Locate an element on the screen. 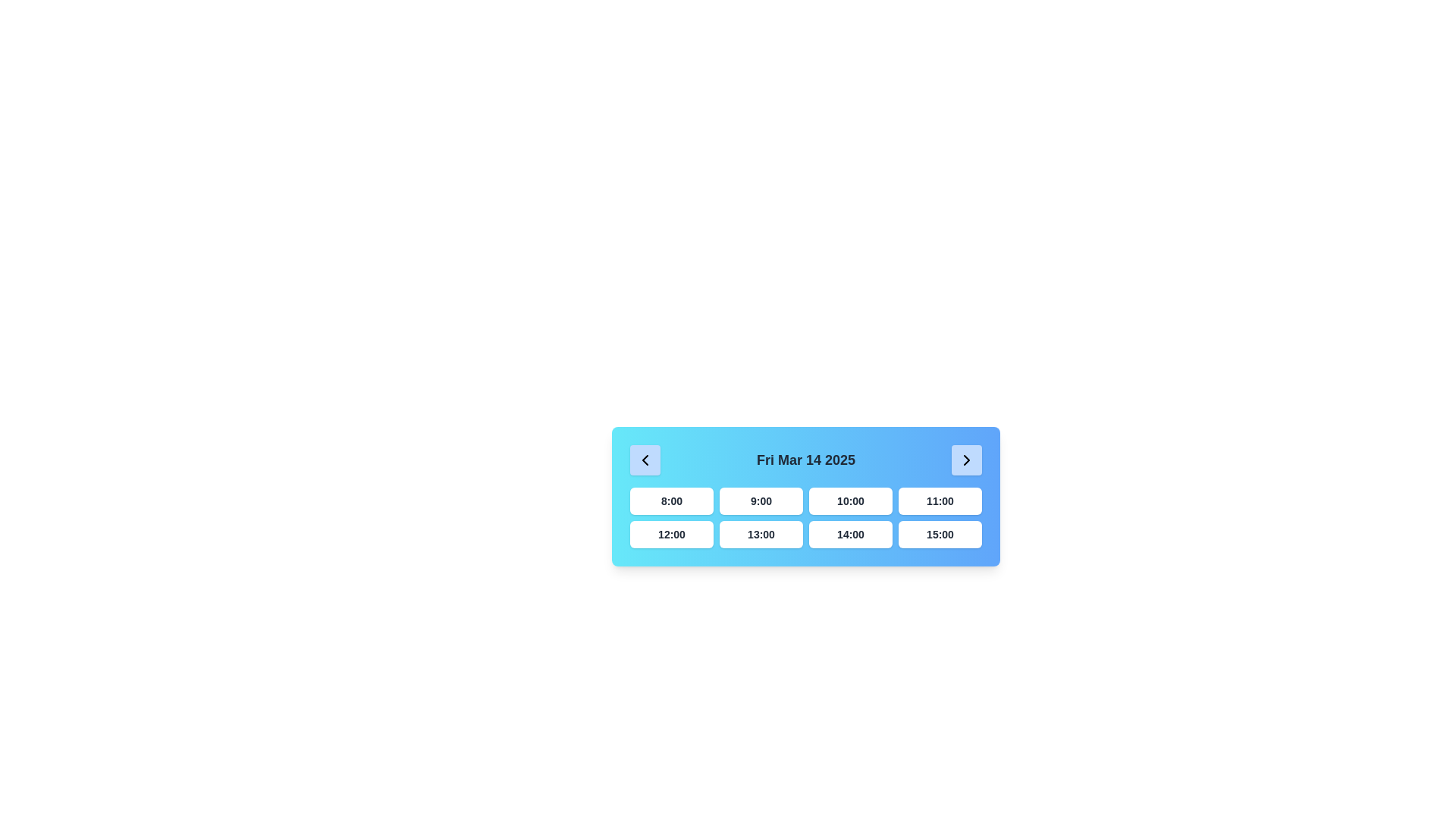  the light blue button with a right-pointing chevron icon located in the upper-right corner of the date and time grid is located at coordinates (966, 459).